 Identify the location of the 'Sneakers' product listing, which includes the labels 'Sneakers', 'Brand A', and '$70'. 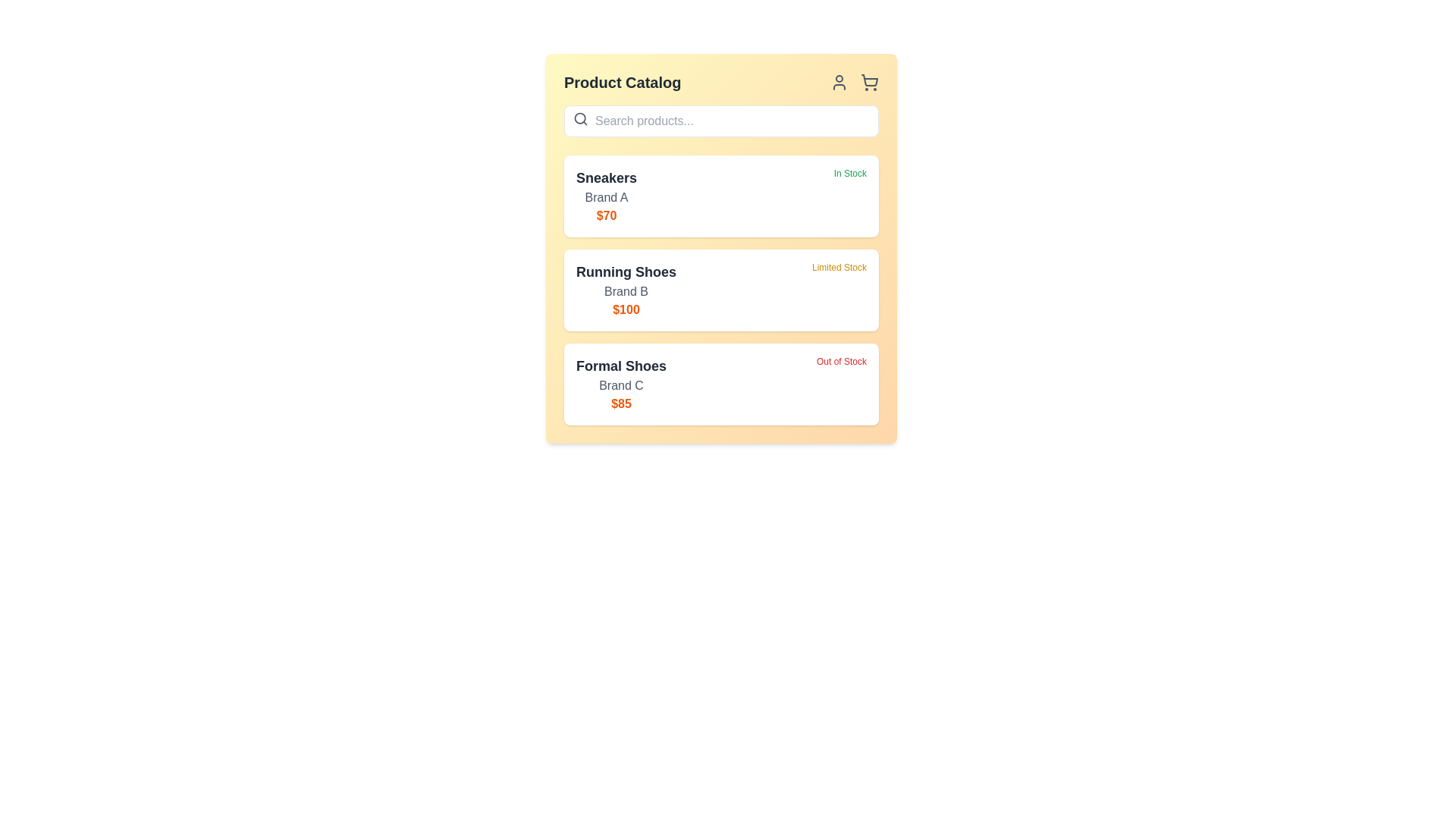
(607, 195).